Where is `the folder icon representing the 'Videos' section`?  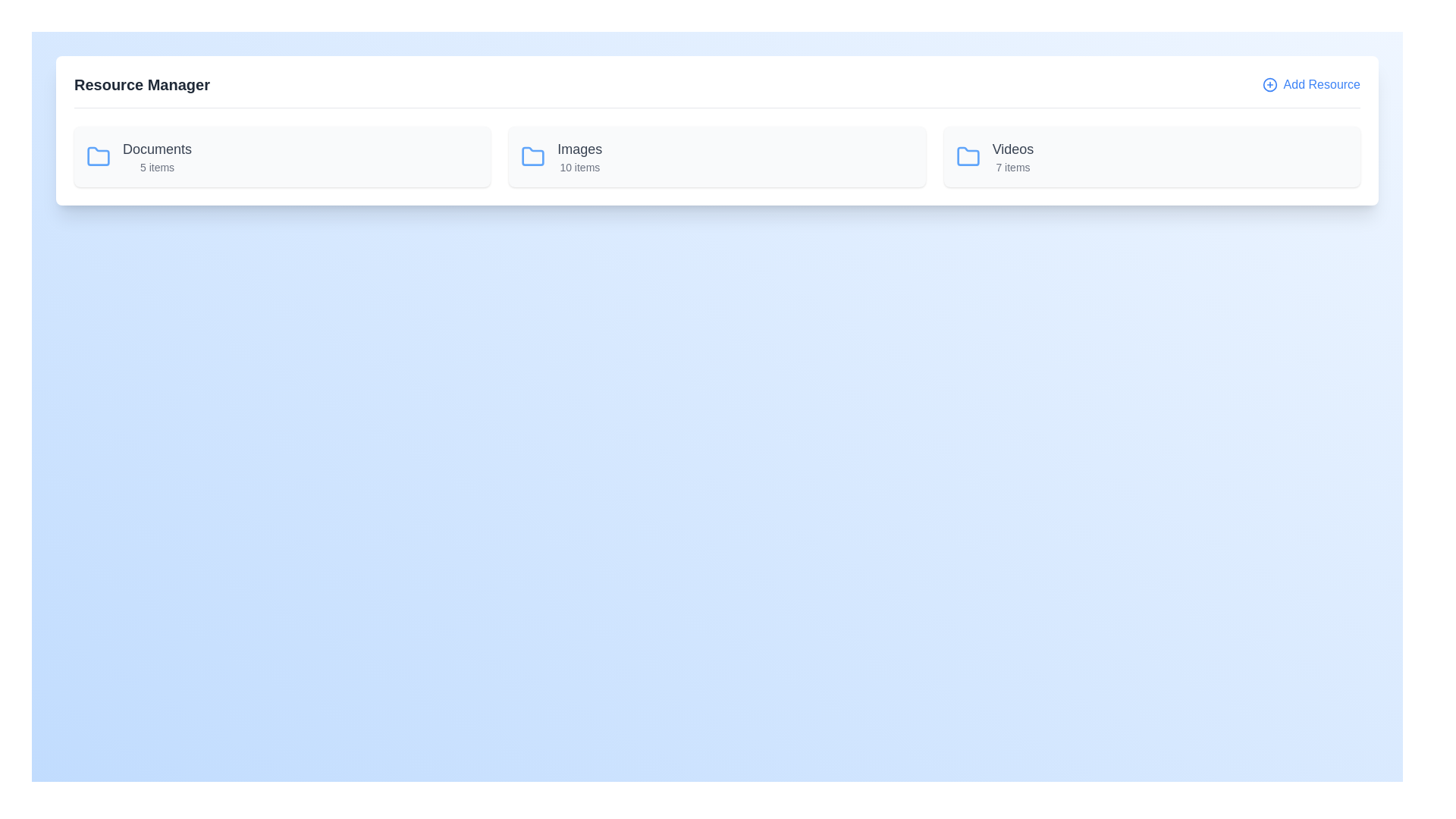
the folder icon representing the 'Videos' section is located at coordinates (967, 157).